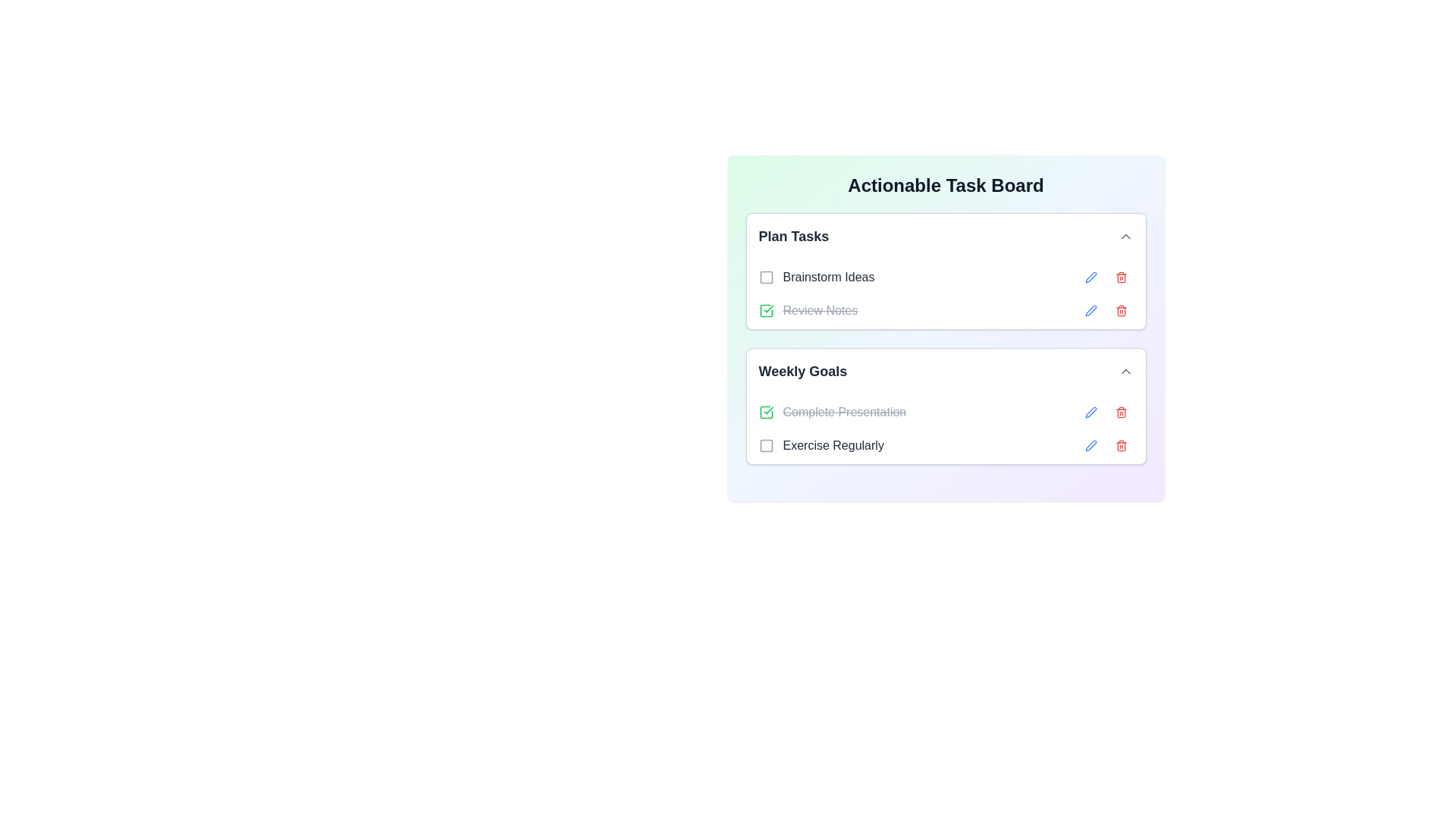  I want to click on the edit icon button located next to the 'Complete Presentation' checkbox in the 'Weekly Goals' section, so click(1090, 412).